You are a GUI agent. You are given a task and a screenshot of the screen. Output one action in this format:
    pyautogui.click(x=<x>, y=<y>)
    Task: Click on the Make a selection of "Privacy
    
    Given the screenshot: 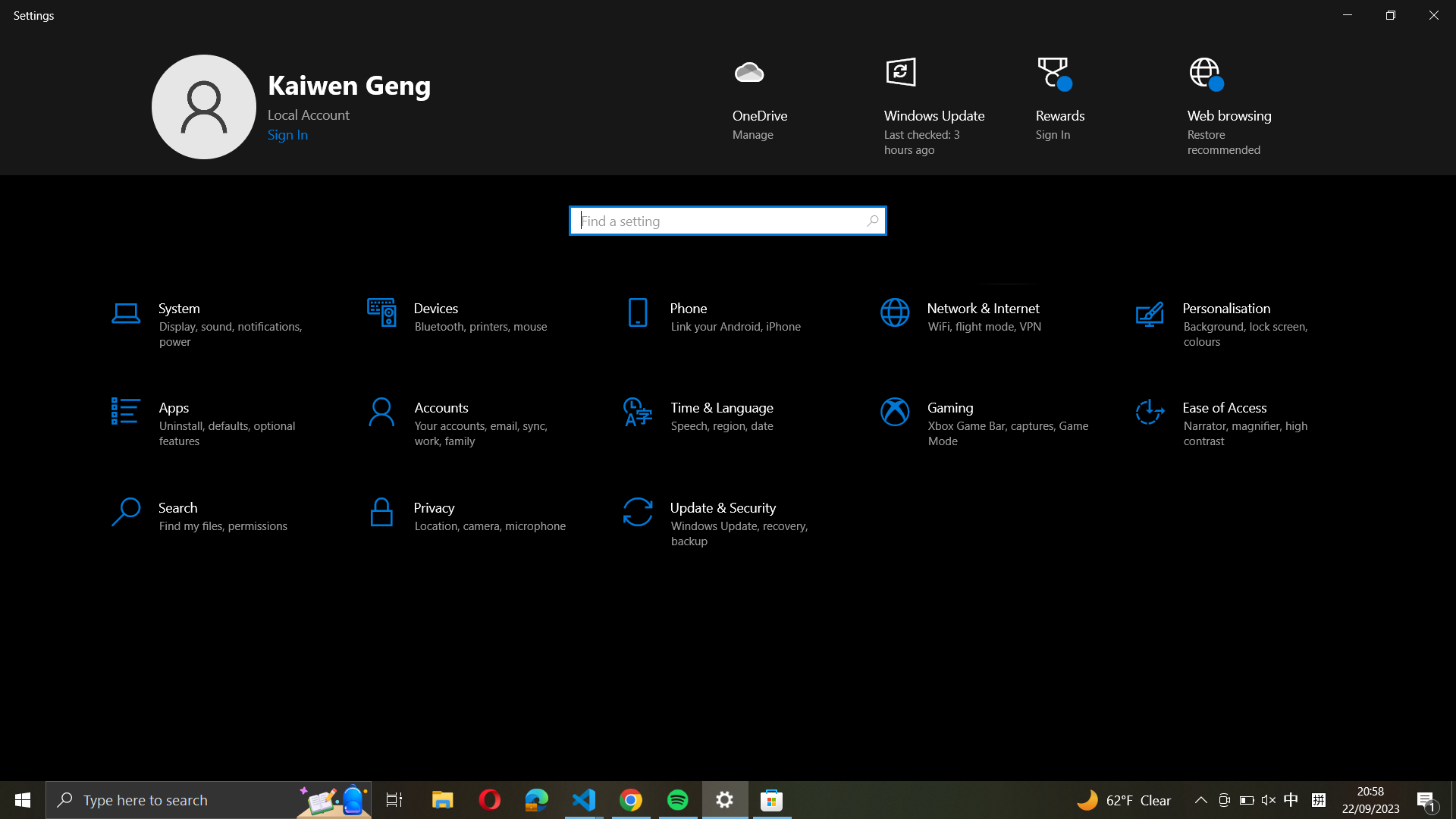 What is the action you would take?
    pyautogui.click(x=472, y=514)
    